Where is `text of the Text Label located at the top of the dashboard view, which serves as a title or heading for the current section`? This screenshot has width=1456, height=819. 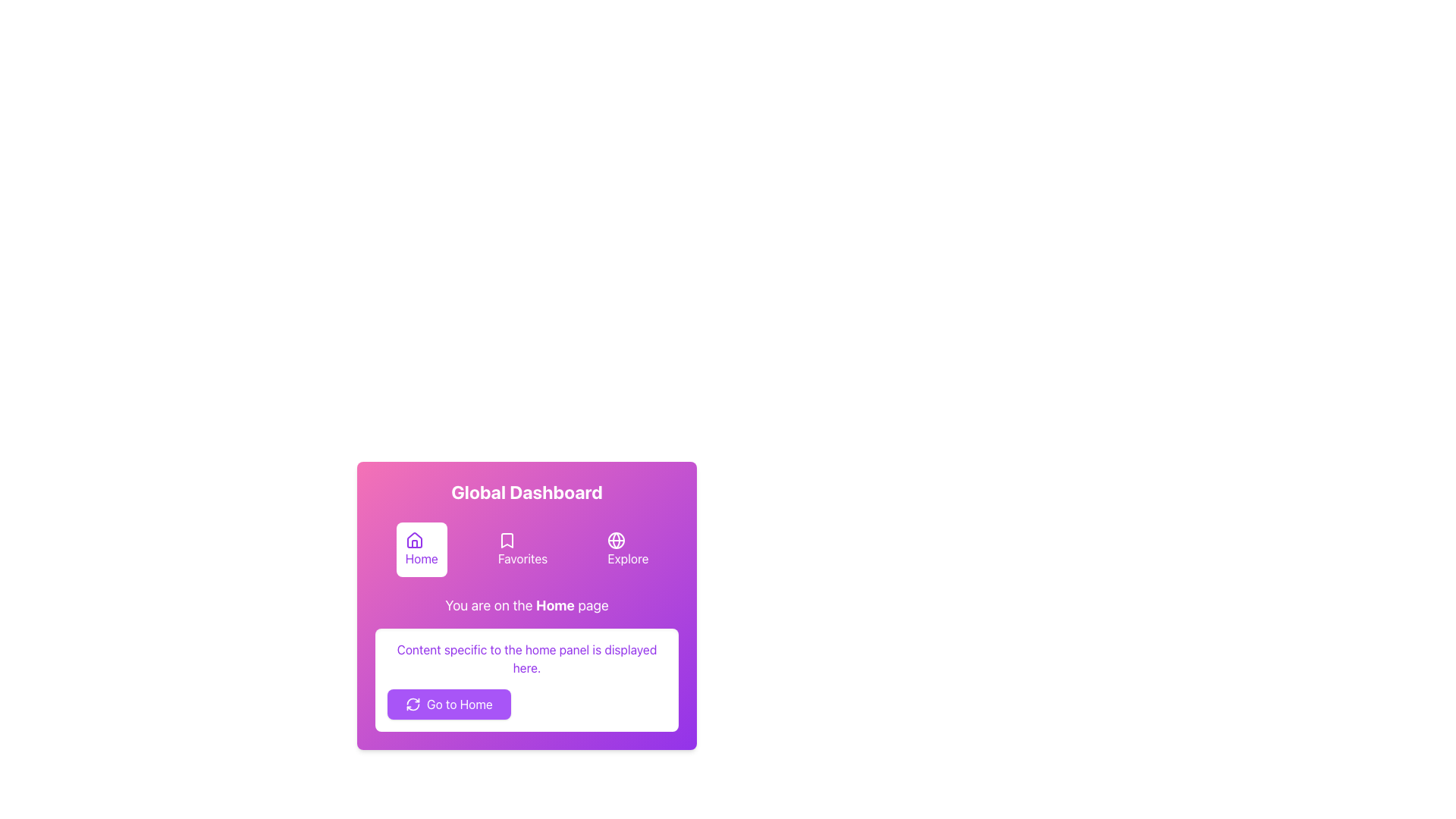
text of the Text Label located at the top of the dashboard view, which serves as a title or heading for the current section is located at coordinates (527, 491).